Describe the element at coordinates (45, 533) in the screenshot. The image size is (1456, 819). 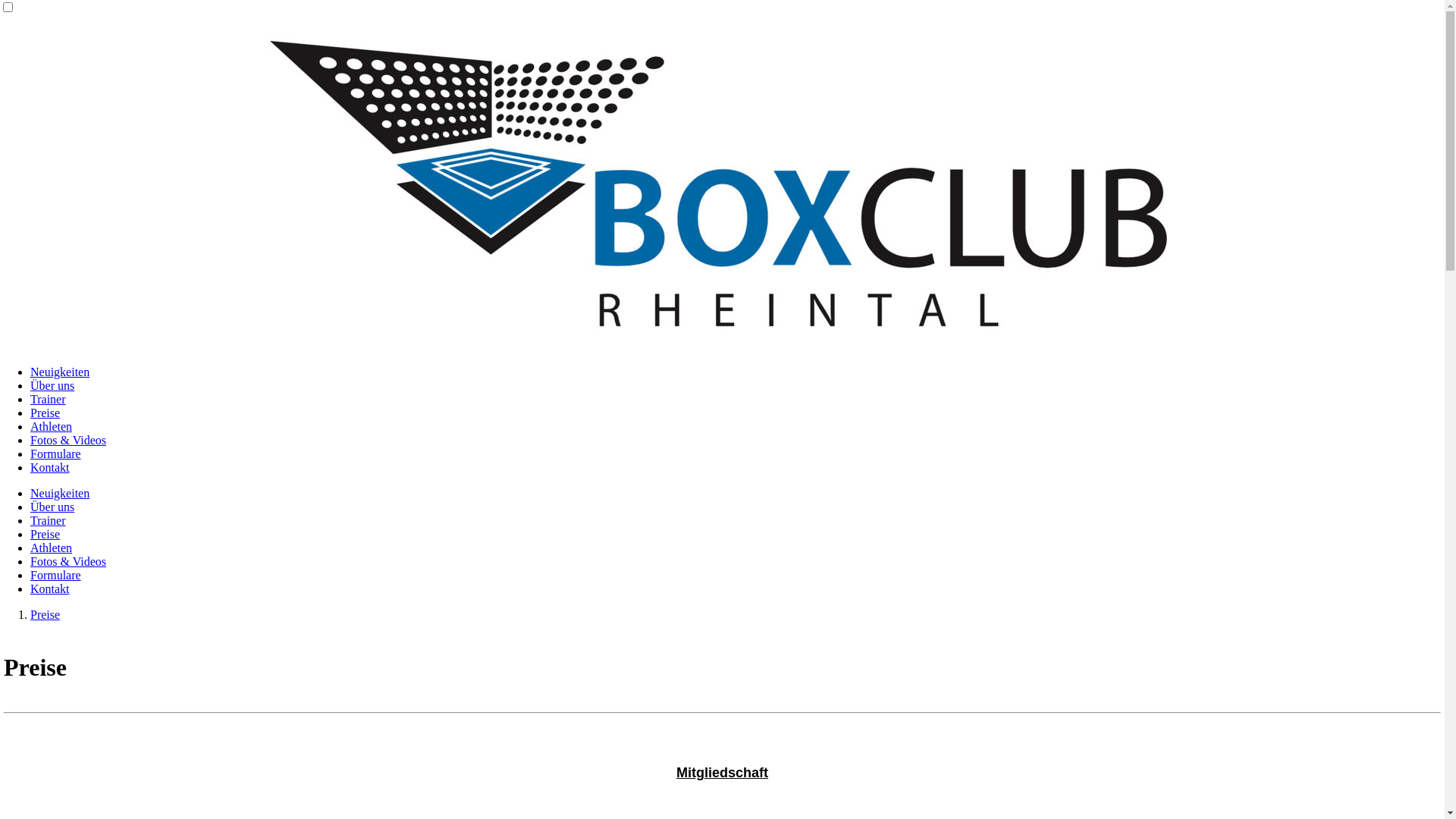
I see `'Preise'` at that location.